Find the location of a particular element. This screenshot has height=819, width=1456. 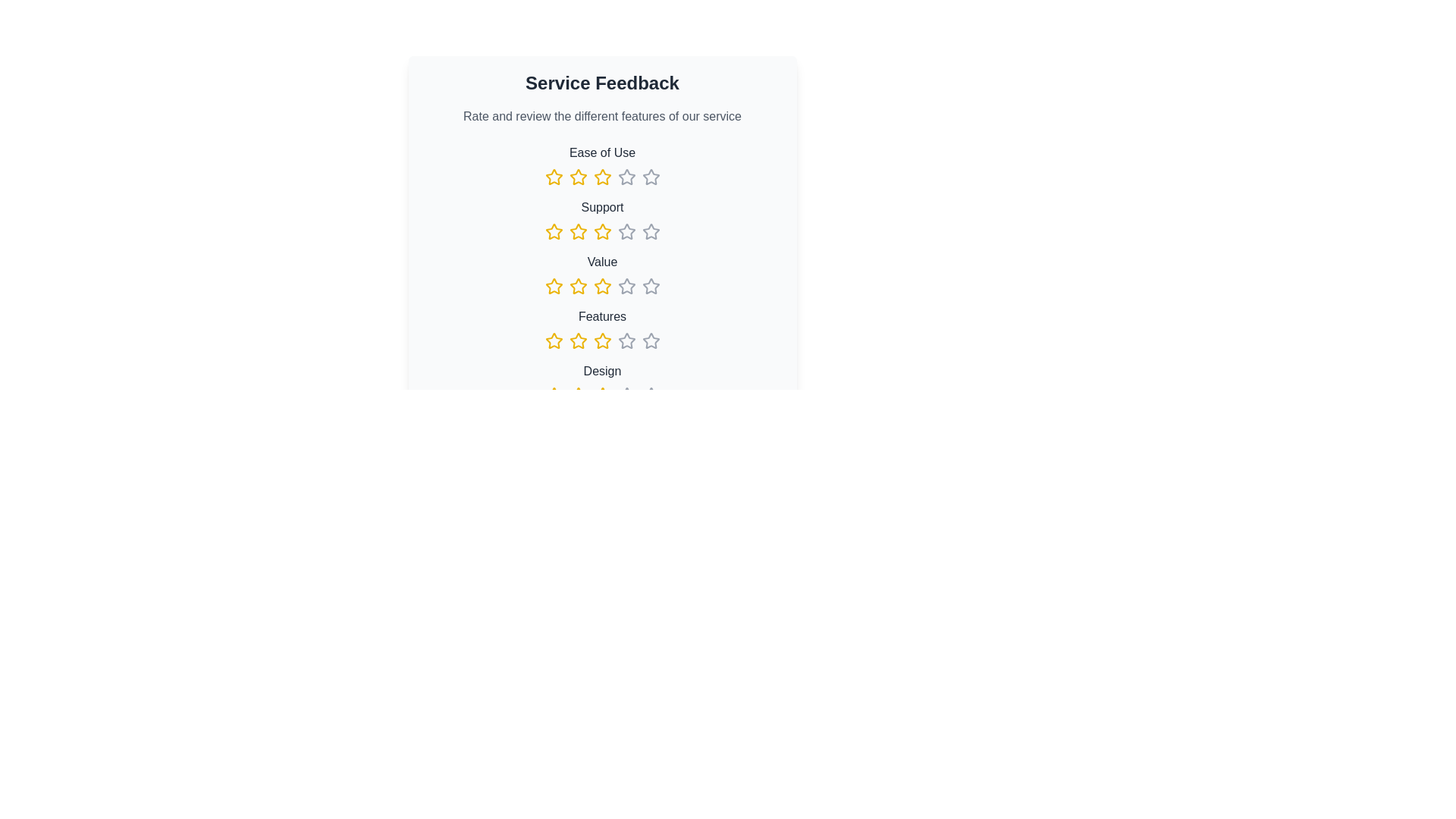

the second yellow star icon in the rating component of the feedback form is located at coordinates (577, 340).